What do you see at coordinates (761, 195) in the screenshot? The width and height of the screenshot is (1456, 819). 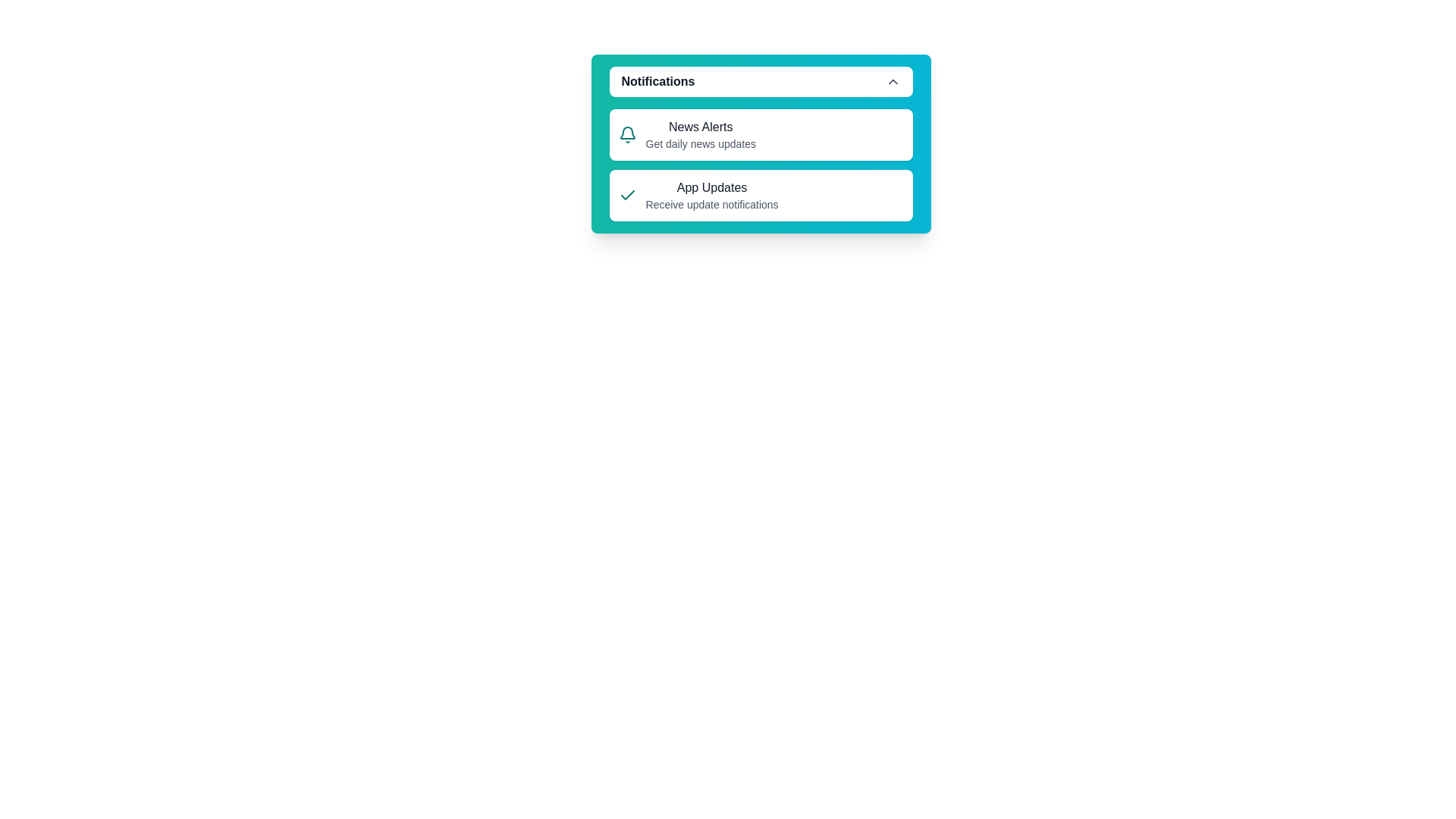 I see `the notification item App Updates to highlight it` at bounding box center [761, 195].